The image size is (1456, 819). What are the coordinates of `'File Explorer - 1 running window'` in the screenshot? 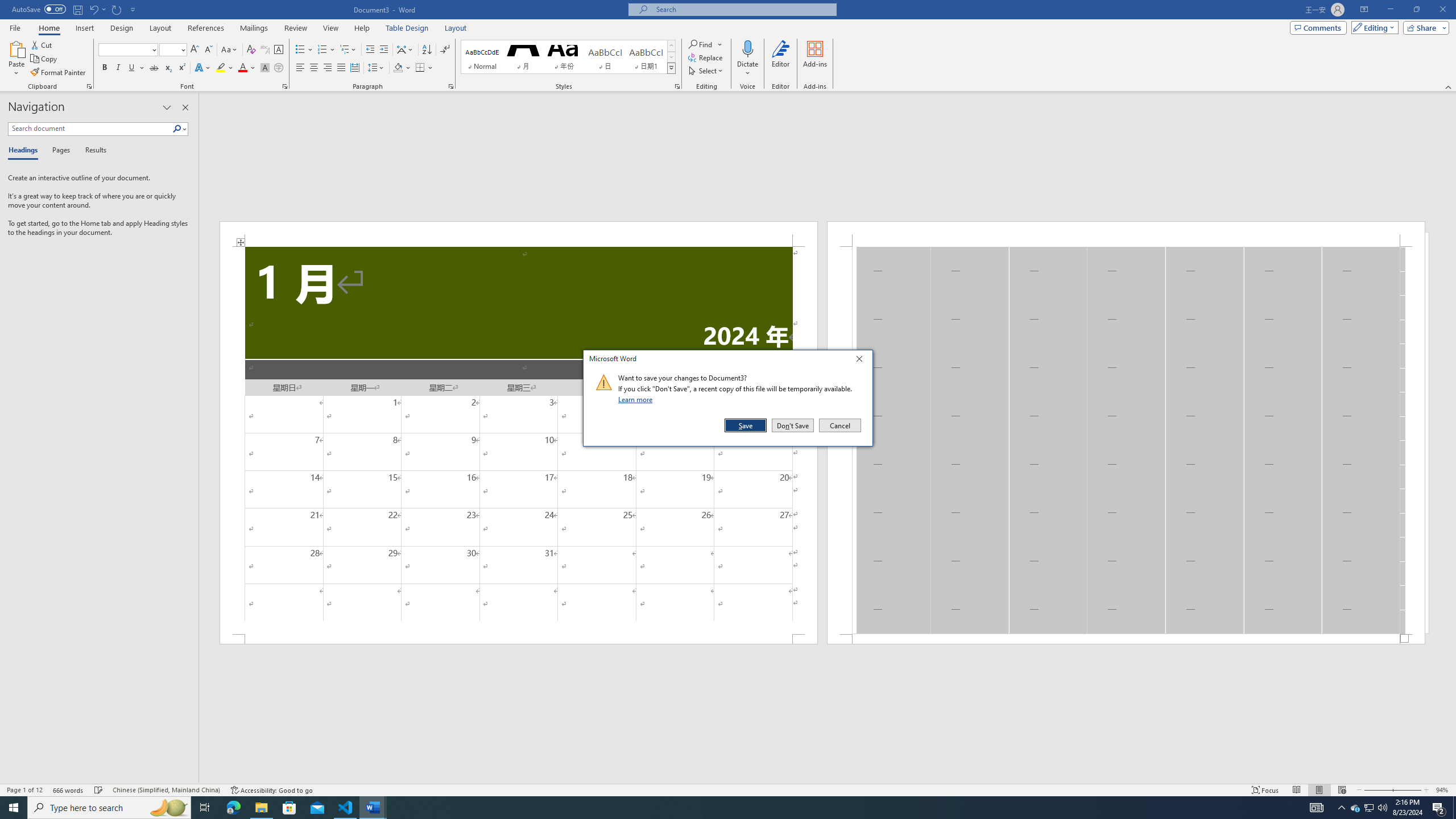 It's located at (260, 806).